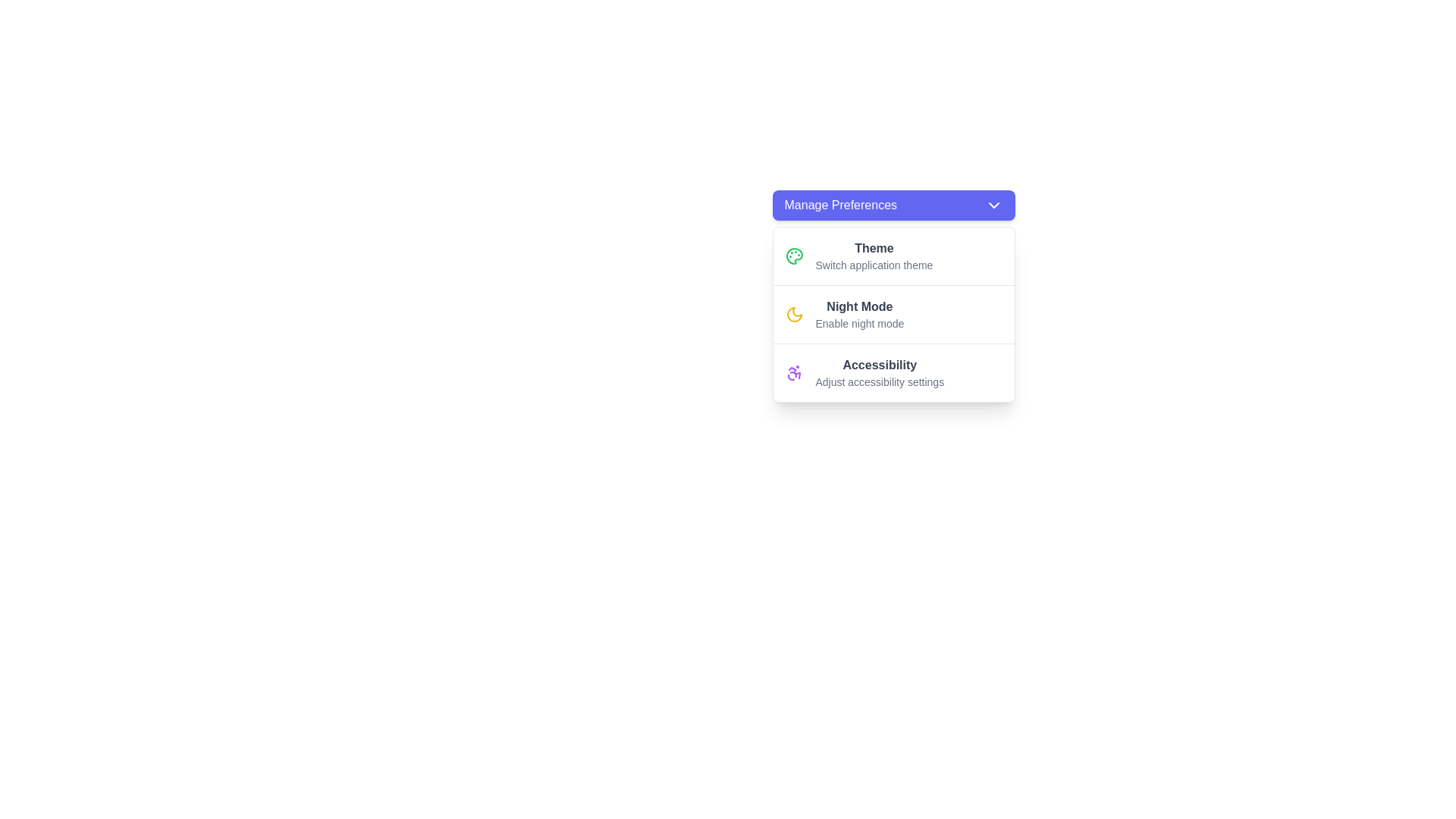 The width and height of the screenshot is (1456, 819). What do you see at coordinates (874, 247) in the screenshot?
I see `the static text label indicating the theme selection for the application, located within the 'Preferences' dropdown below 'Manage Preferences.'` at bounding box center [874, 247].